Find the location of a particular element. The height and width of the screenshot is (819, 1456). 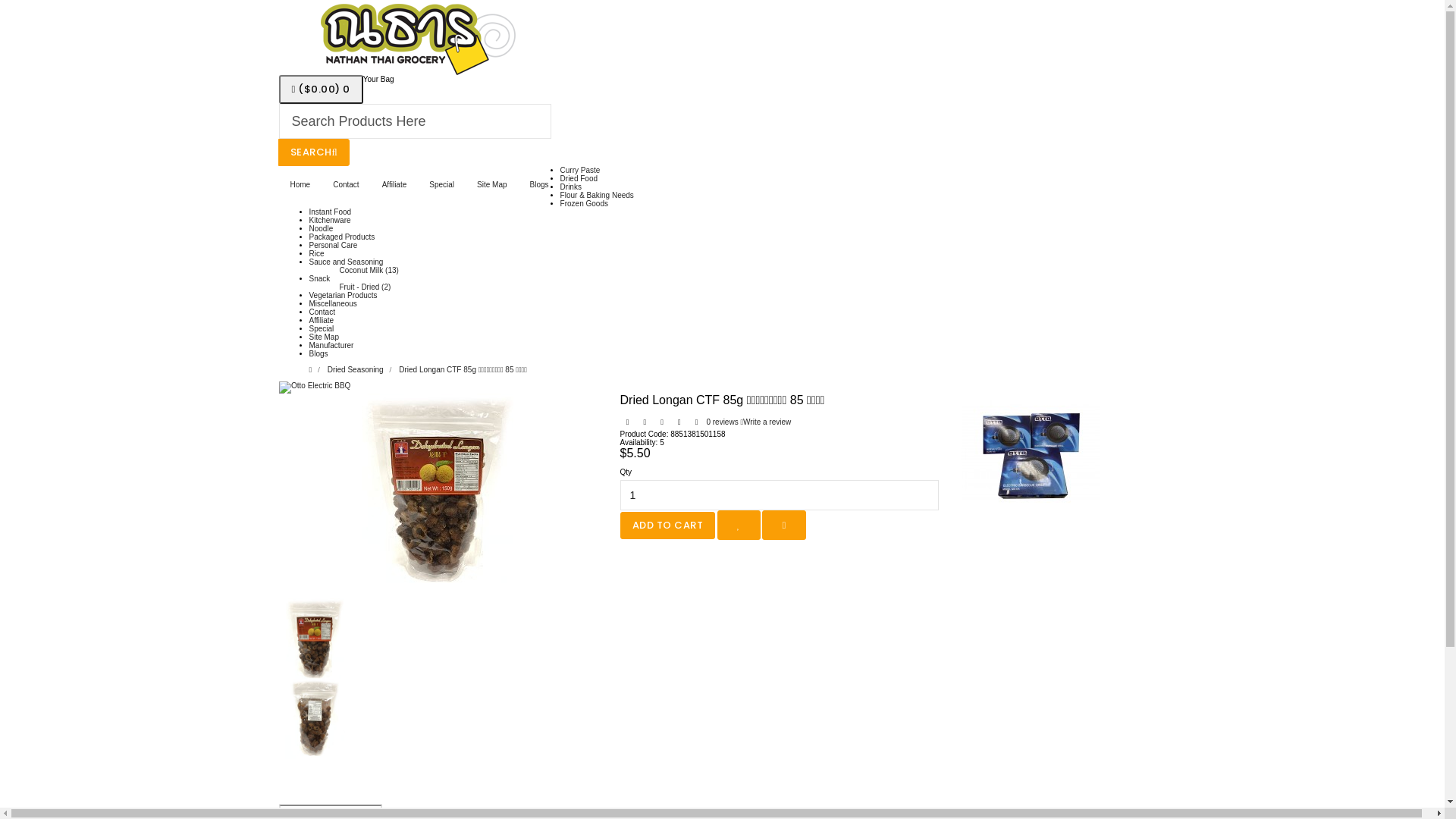

'Personal Care' is located at coordinates (333, 244).